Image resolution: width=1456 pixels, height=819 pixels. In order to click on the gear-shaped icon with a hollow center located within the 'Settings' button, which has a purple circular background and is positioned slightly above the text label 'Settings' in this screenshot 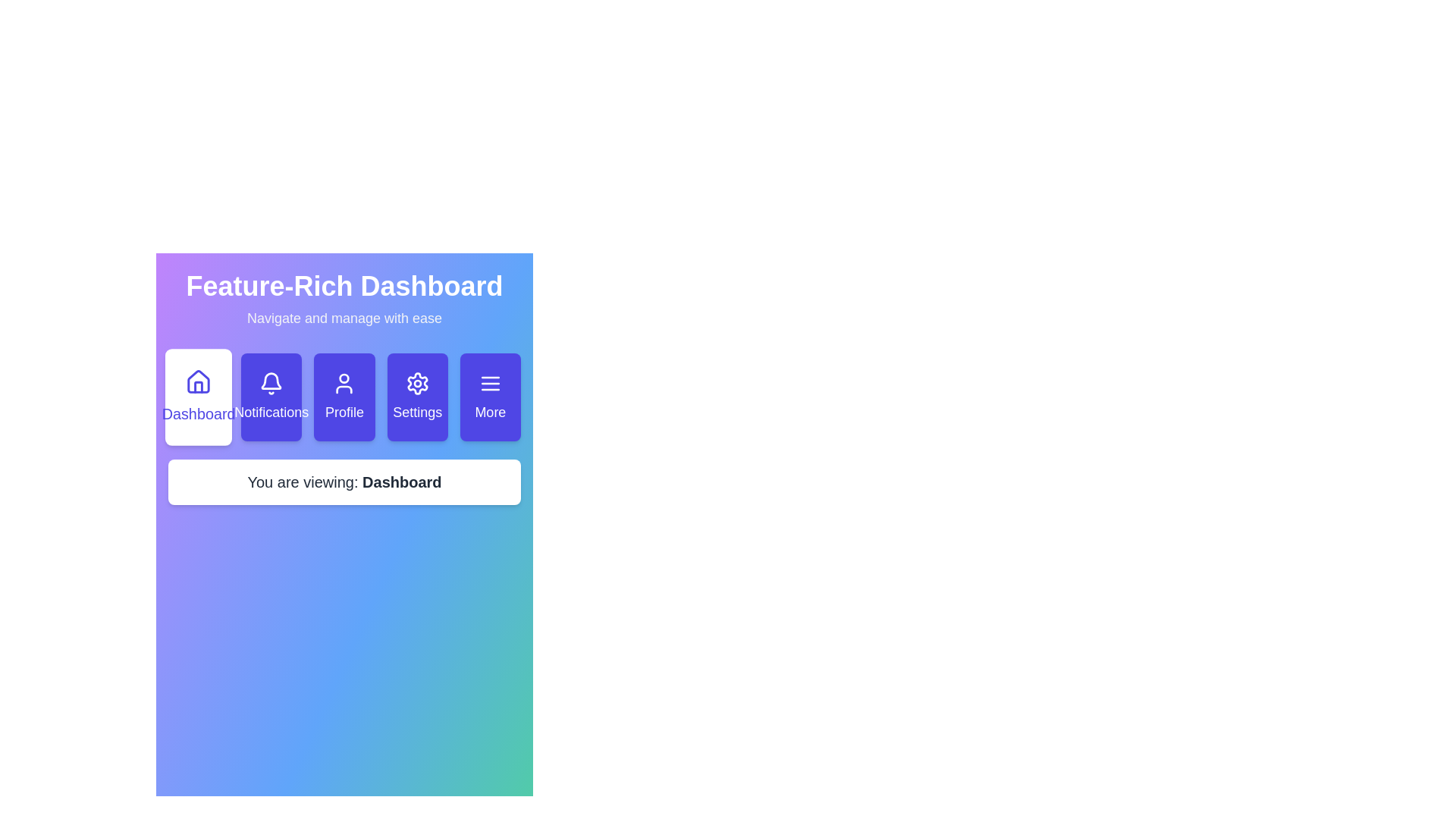, I will do `click(417, 382)`.